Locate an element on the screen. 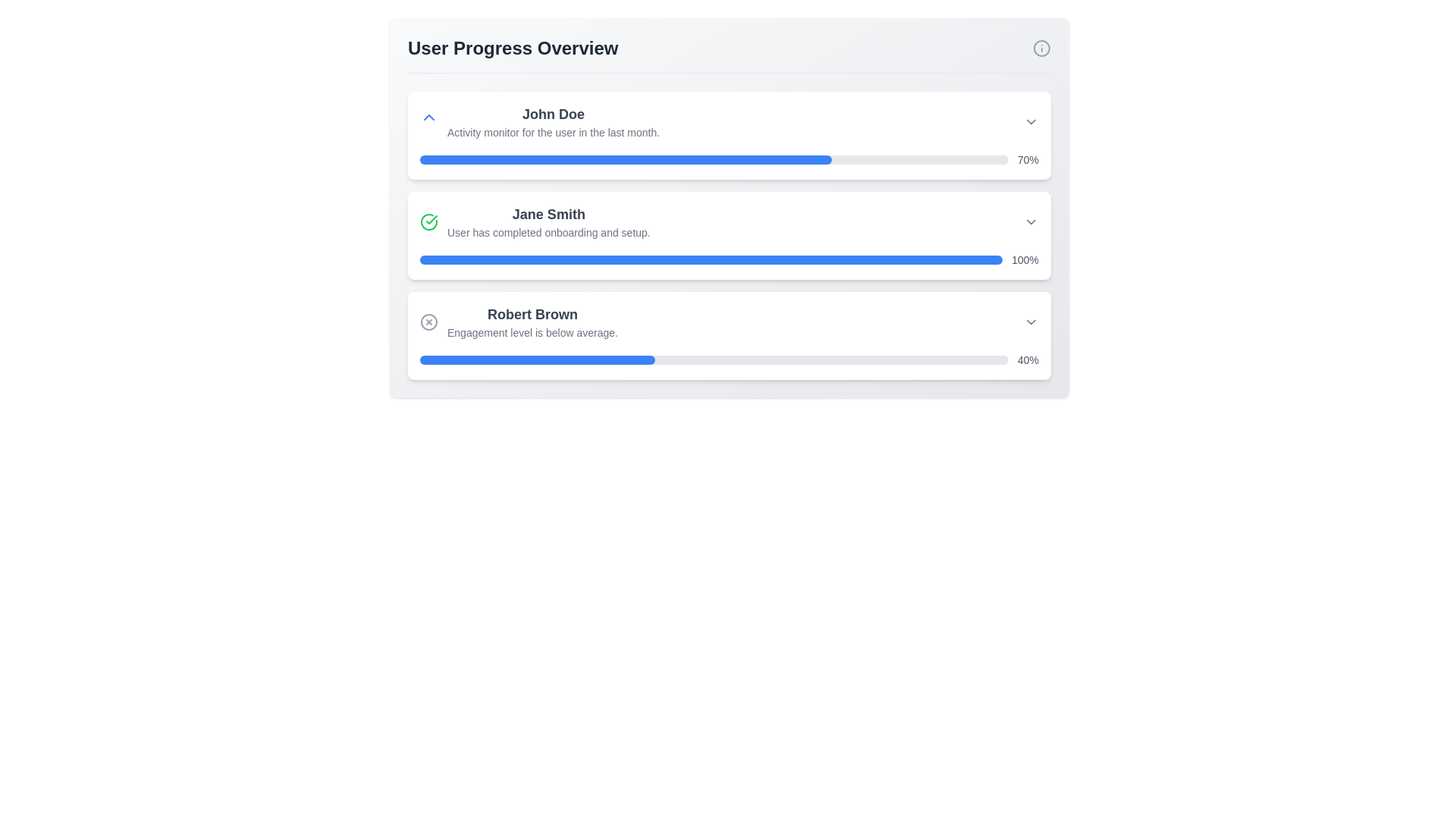 This screenshot has height=819, width=1456. percentage value from the Progress bar located at the bottom of the 'Robert Brown' card, which indicates 40% completion is located at coordinates (729, 359).